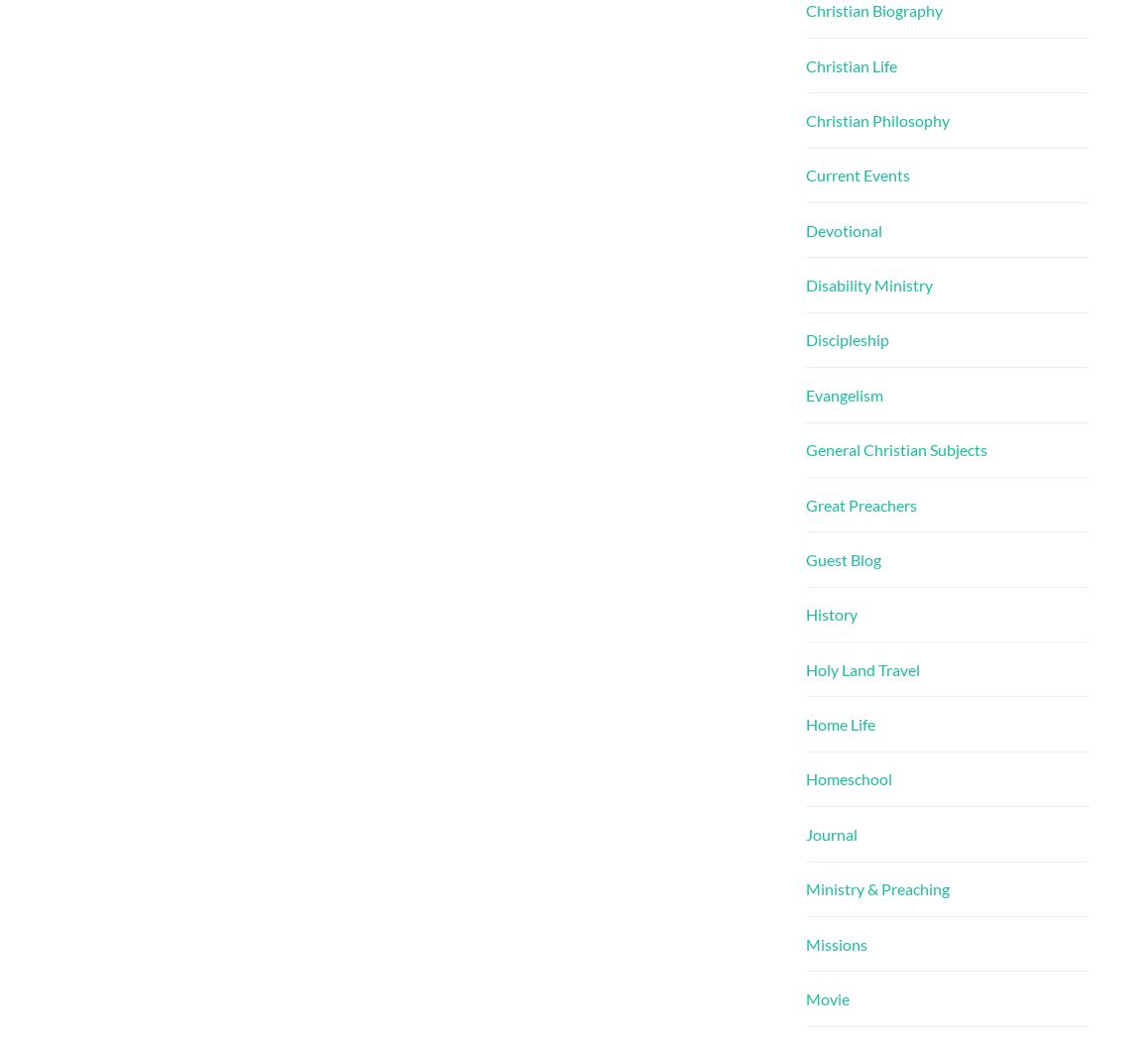 The height and width of the screenshot is (1044, 1148). Describe the element at coordinates (843, 557) in the screenshot. I see `'Guest Blog'` at that location.